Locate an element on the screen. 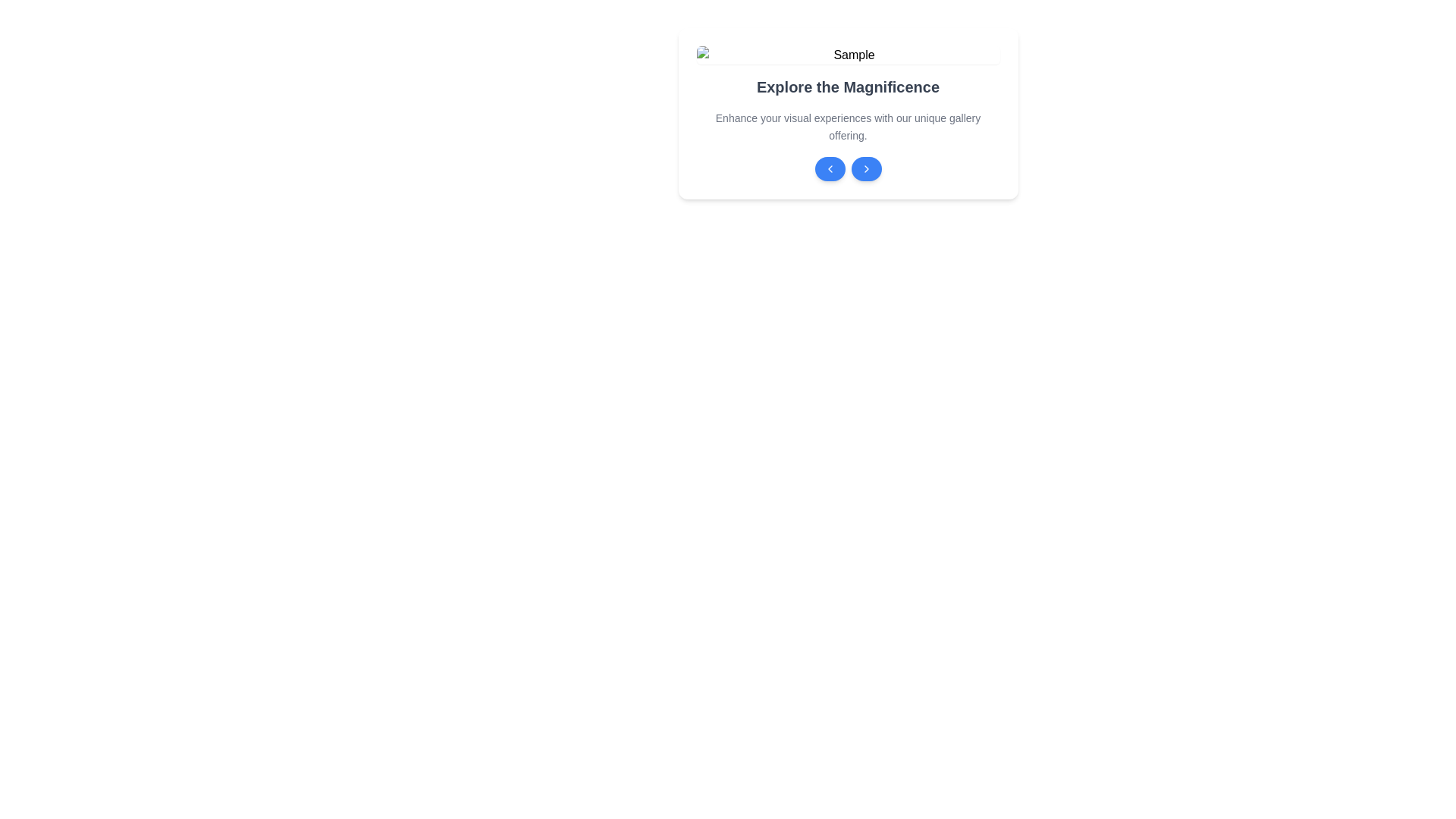  the left-pointing chevron icon, which is part of a circular button located to the left of a similar button with a right-pointing chevron is located at coordinates (829, 168).